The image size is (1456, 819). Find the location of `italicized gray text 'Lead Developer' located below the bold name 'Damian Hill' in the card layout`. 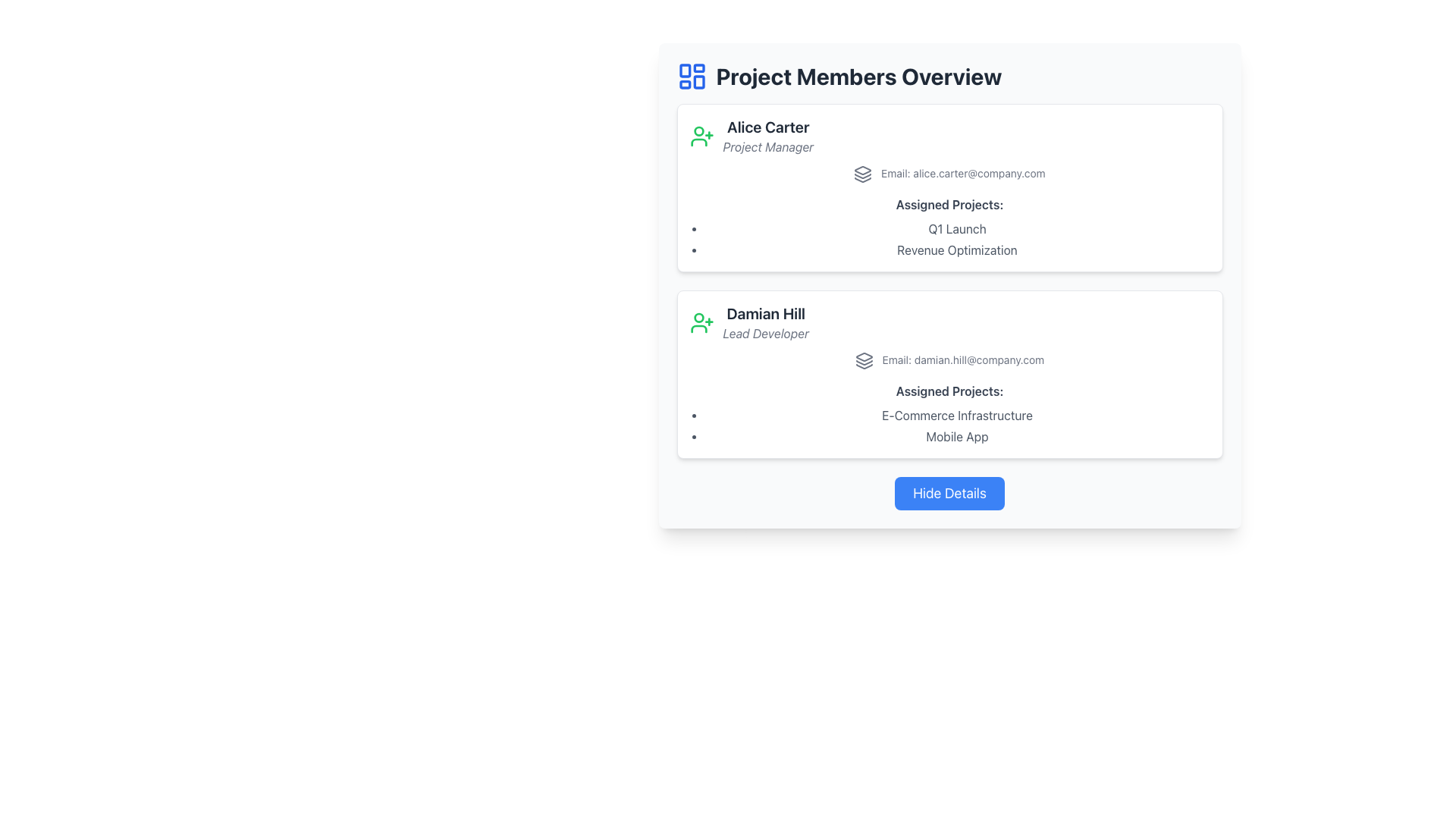

italicized gray text 'Lead Developer' located below the bold name 'Damian Hill' in the card layout is located at coordinates (766, 332).